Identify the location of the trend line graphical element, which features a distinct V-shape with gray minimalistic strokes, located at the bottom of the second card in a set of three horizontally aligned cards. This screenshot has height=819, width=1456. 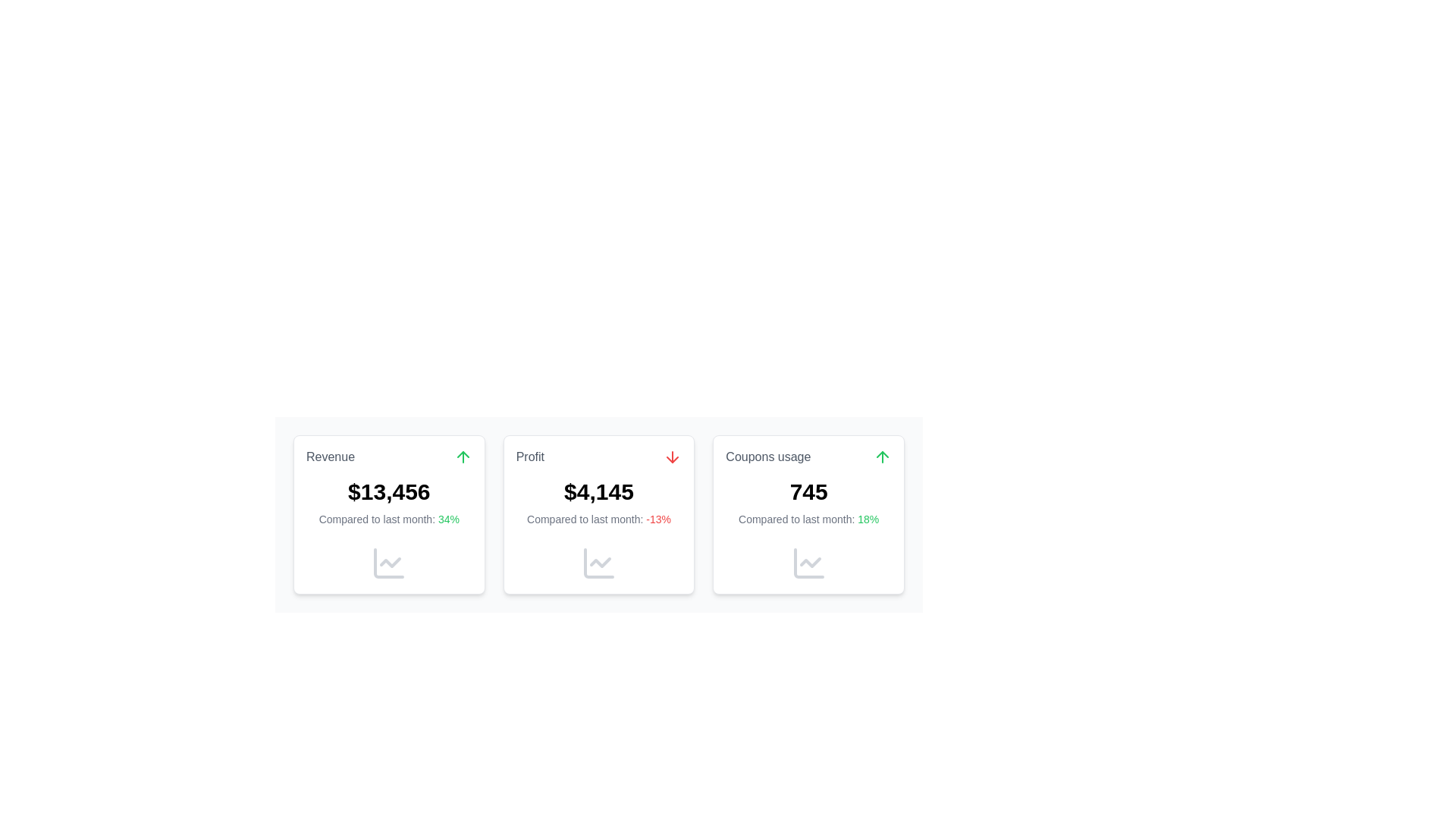
(600, 562).